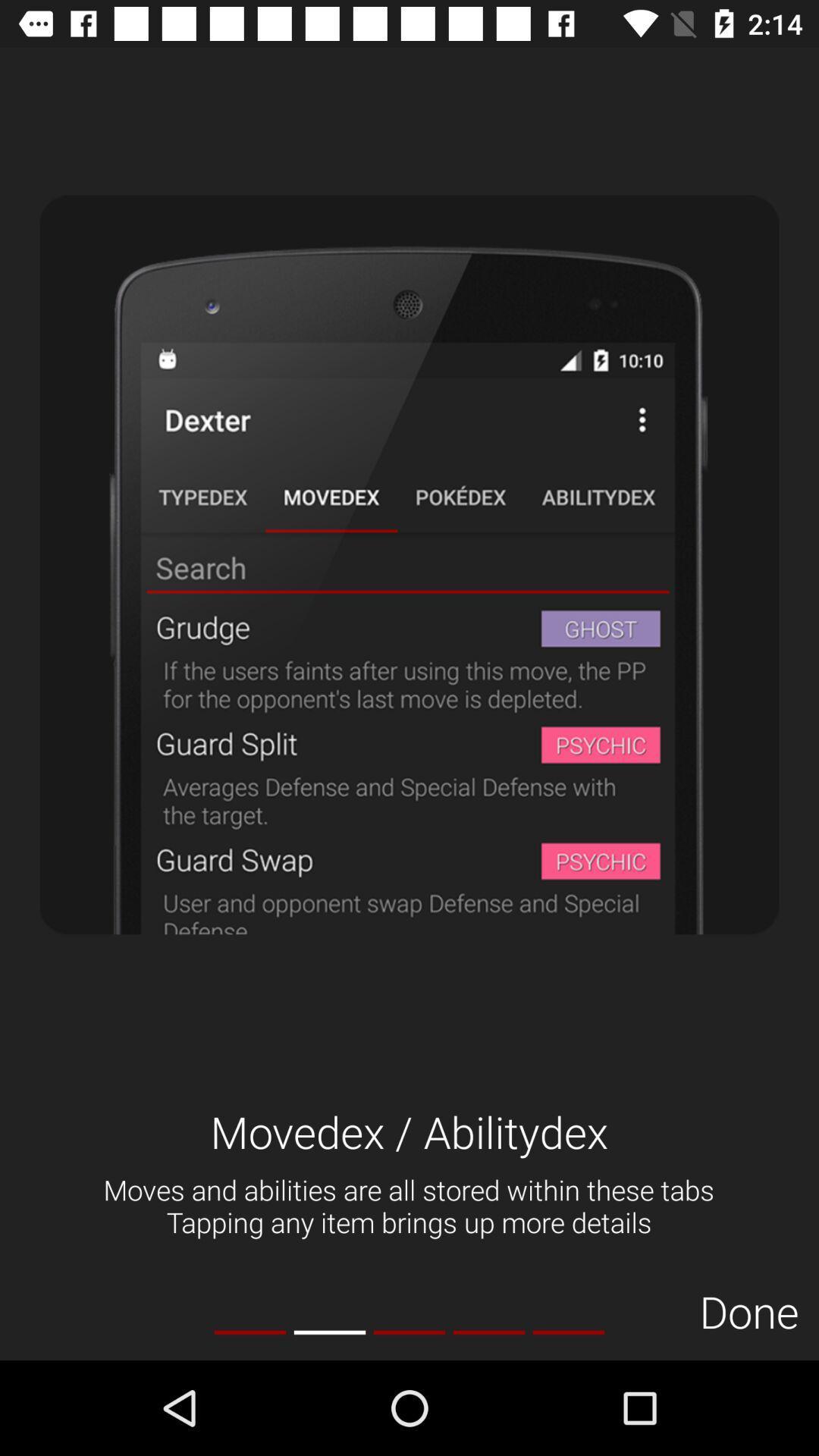 Image resolution: width=819 pixels, height=1456 pixels. I want to click on the item below moves and abilities app, so click(748, 1310).